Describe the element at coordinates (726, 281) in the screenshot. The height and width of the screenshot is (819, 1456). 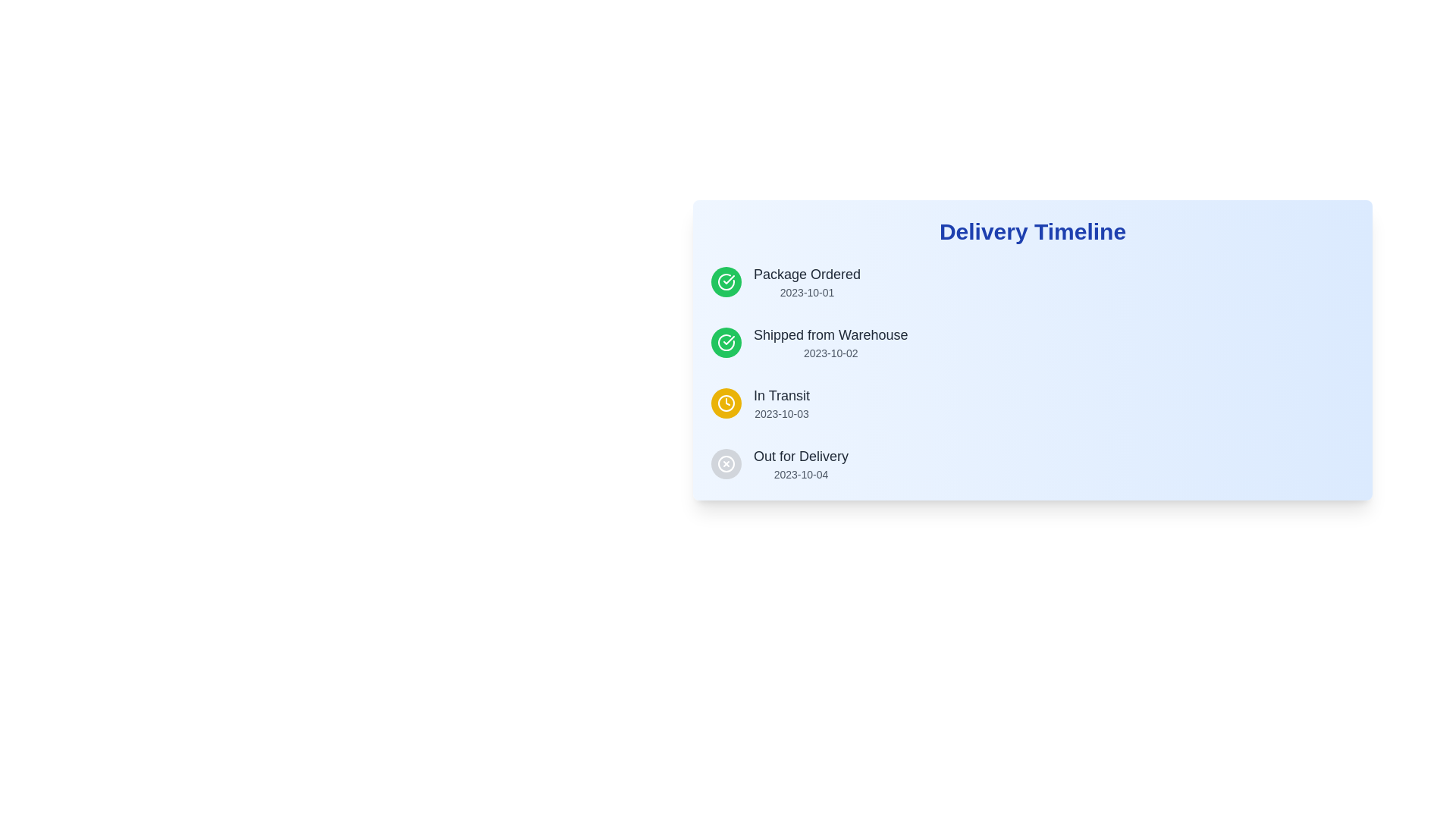
I see `the status representation of the 'Package Ordered' icon, which indicates a completed milestone in the delivery timeline, located to the left of the text 'Package Ordered' and the date '2023-10-01'` at that location.